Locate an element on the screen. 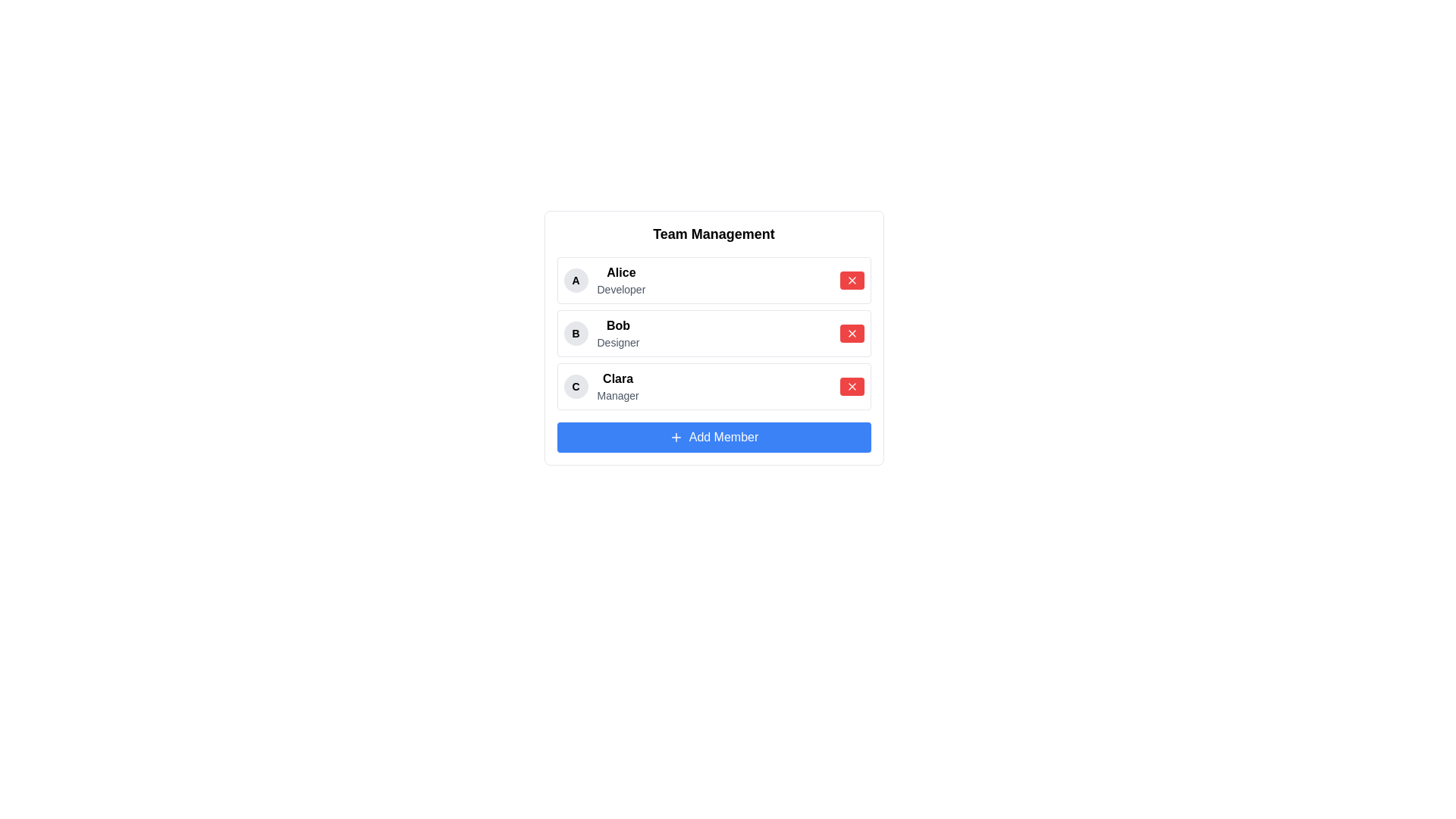  the first entry in the team management interface list is located at coordinates (604, 281).